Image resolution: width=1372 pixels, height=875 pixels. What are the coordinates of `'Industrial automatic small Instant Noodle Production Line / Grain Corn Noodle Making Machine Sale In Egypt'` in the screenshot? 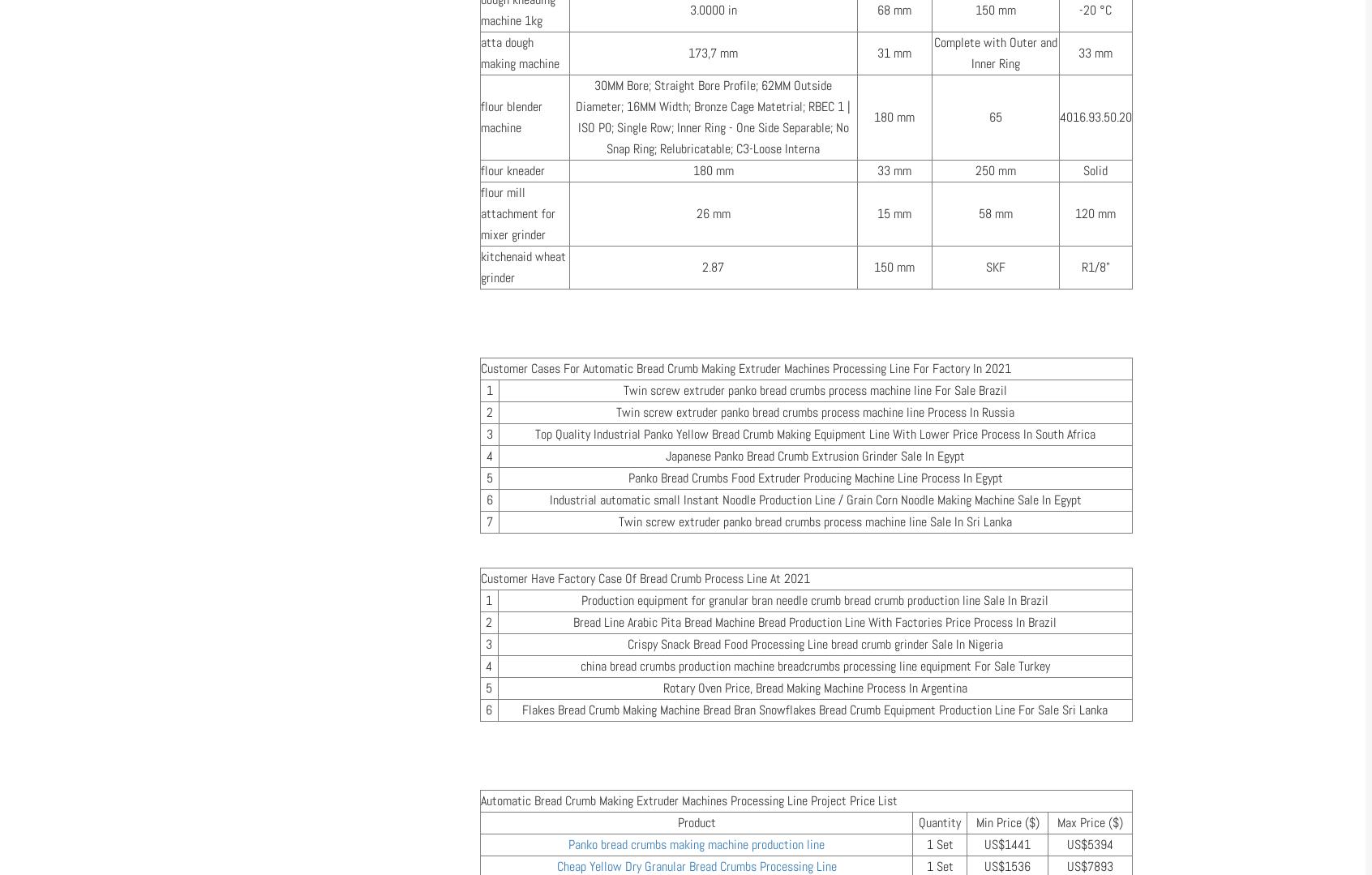 It's located at (548, 500).